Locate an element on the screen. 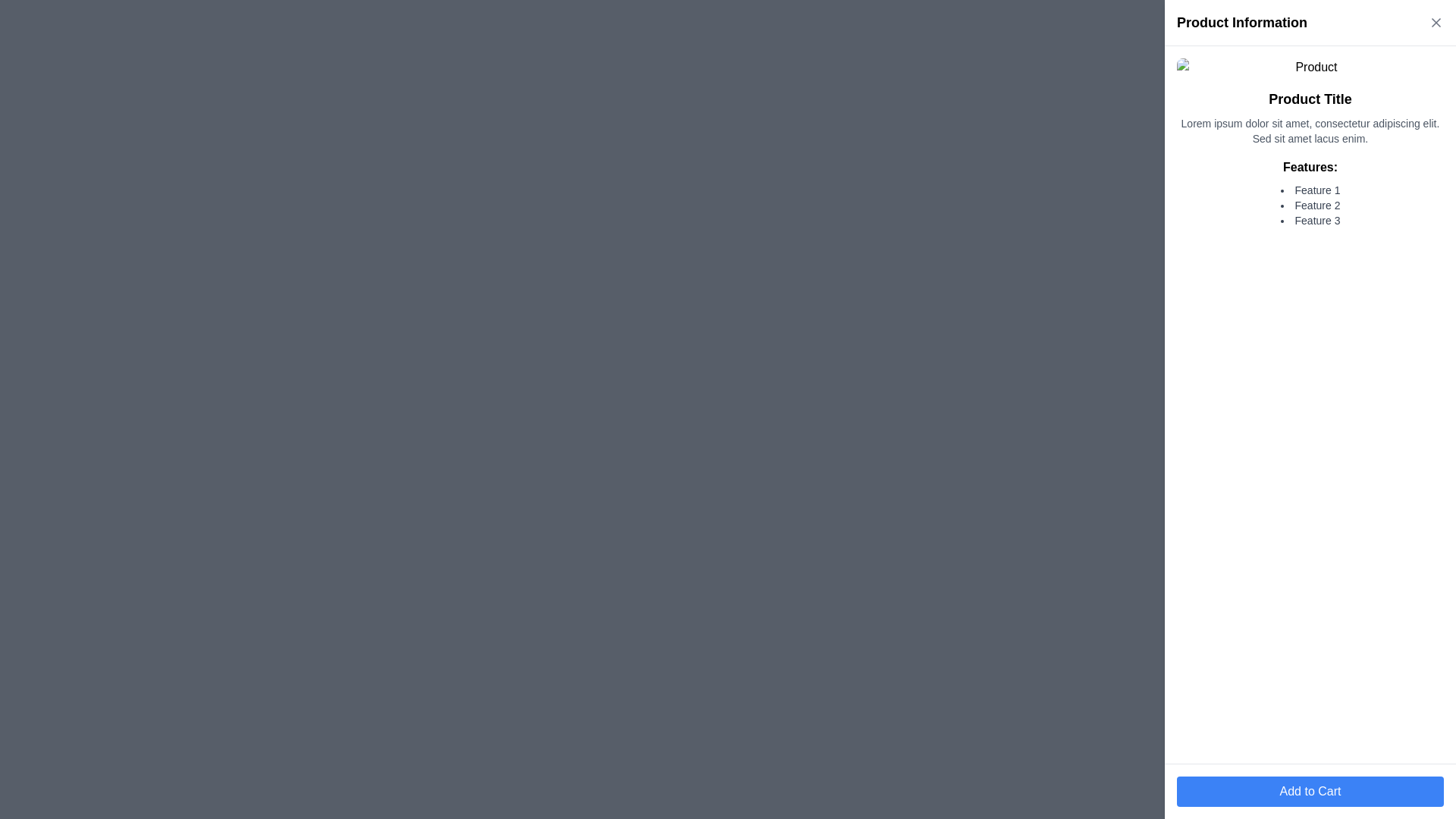 The image size is (1456, 819). the 'Add to Cart' button located at the bottom of the interface is located at coordinates (1310, 791).